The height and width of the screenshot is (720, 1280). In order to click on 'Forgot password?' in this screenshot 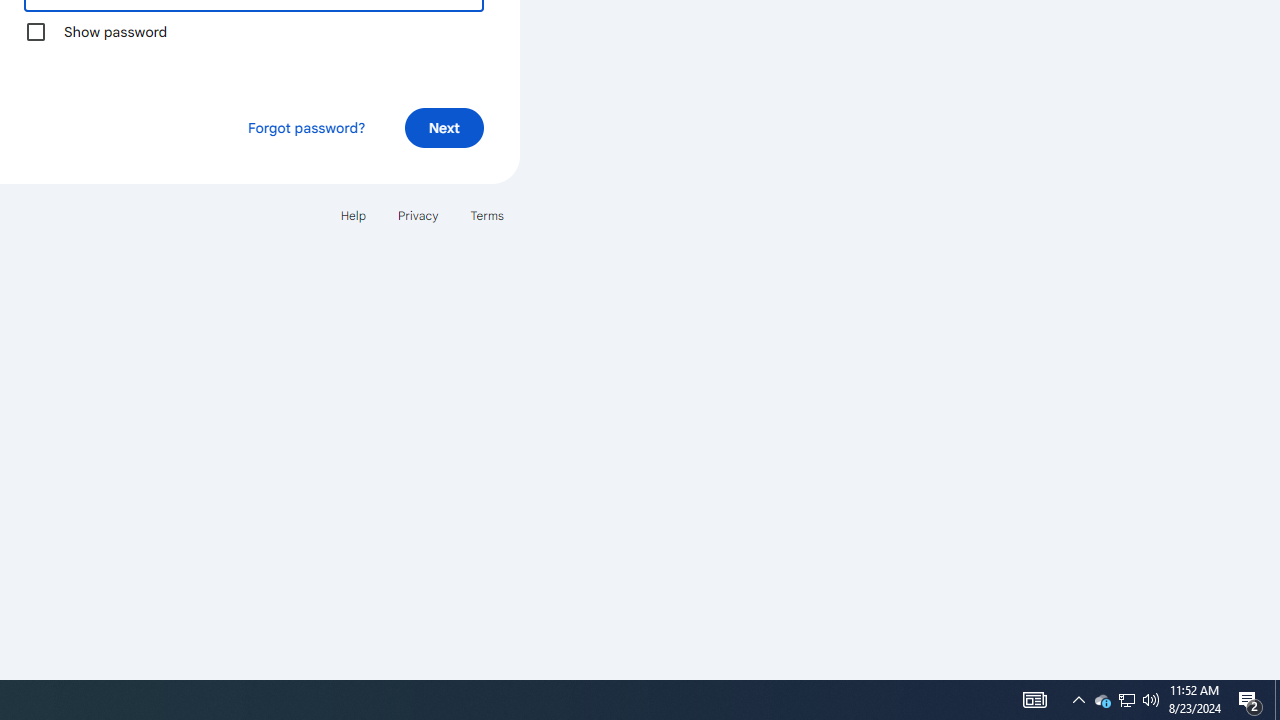, I will do `click(304, 127)`.